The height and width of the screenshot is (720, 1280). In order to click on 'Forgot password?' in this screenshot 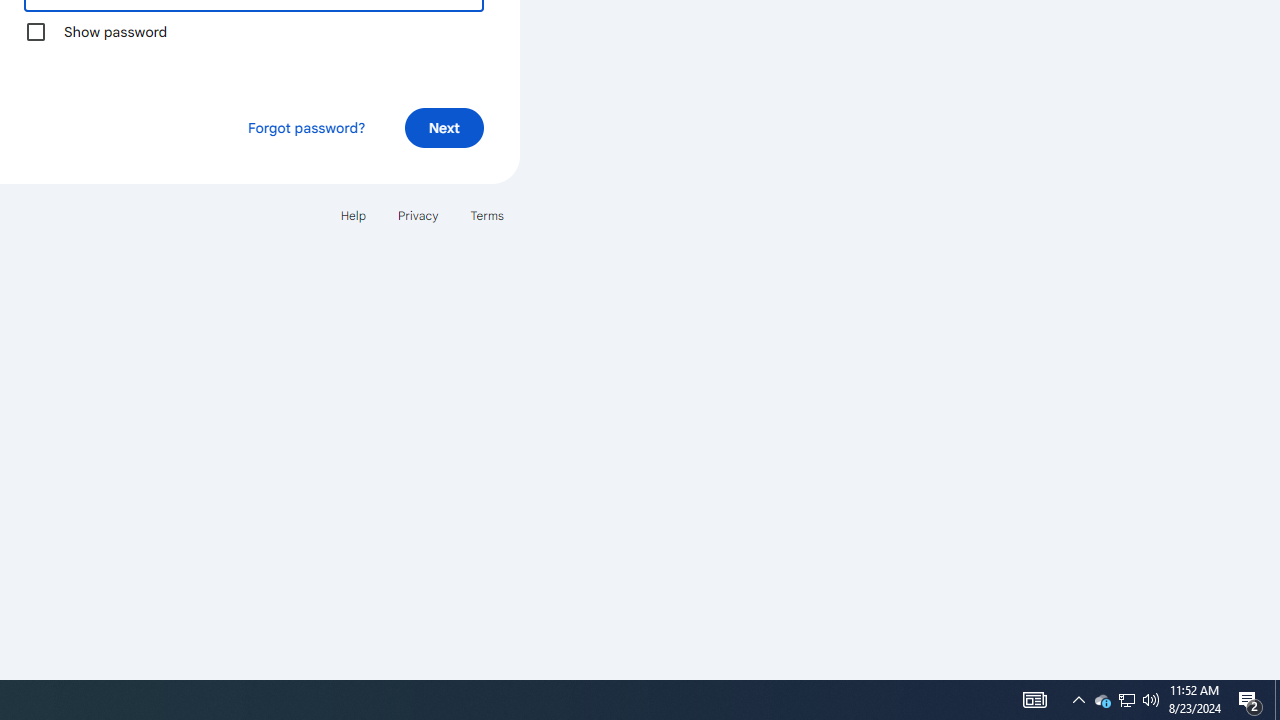, I will do `click(304, 127)`.